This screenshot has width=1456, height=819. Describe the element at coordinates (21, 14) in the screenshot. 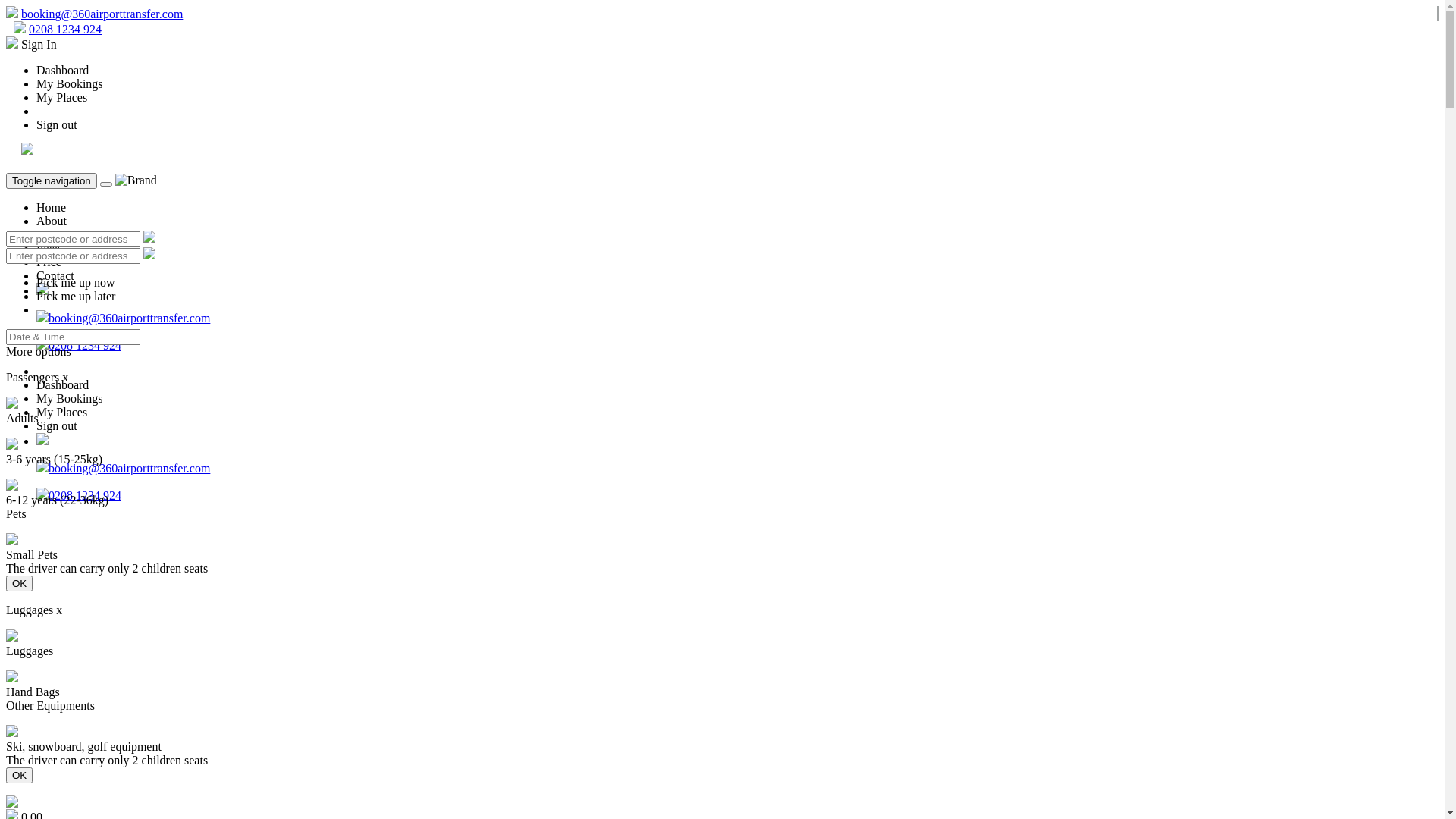

I see `'booking@360airporttransfer.com'` at that location.